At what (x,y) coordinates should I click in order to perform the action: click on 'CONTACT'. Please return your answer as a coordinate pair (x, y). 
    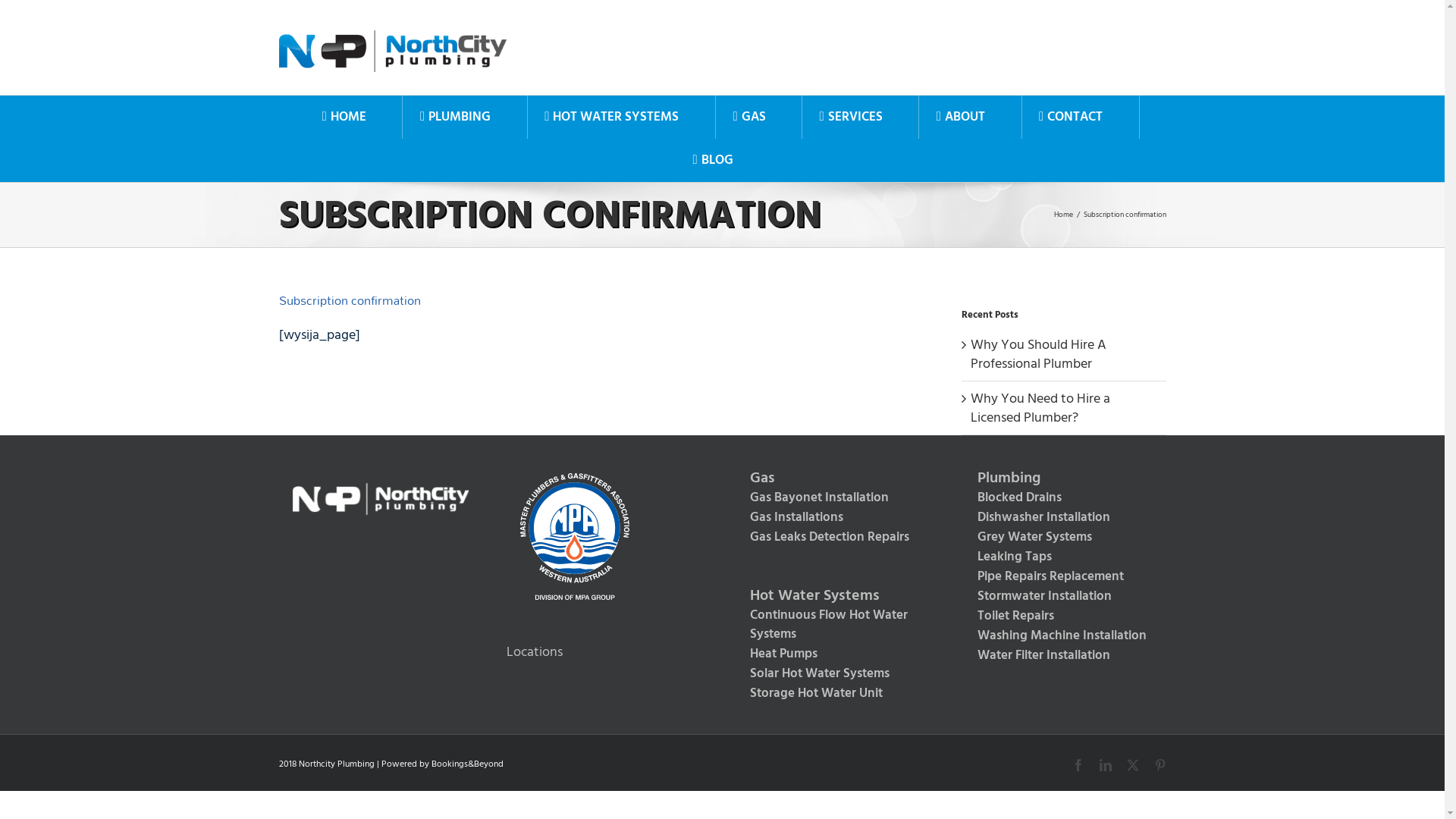
    Looking at the image, I should click on (1070, 116).